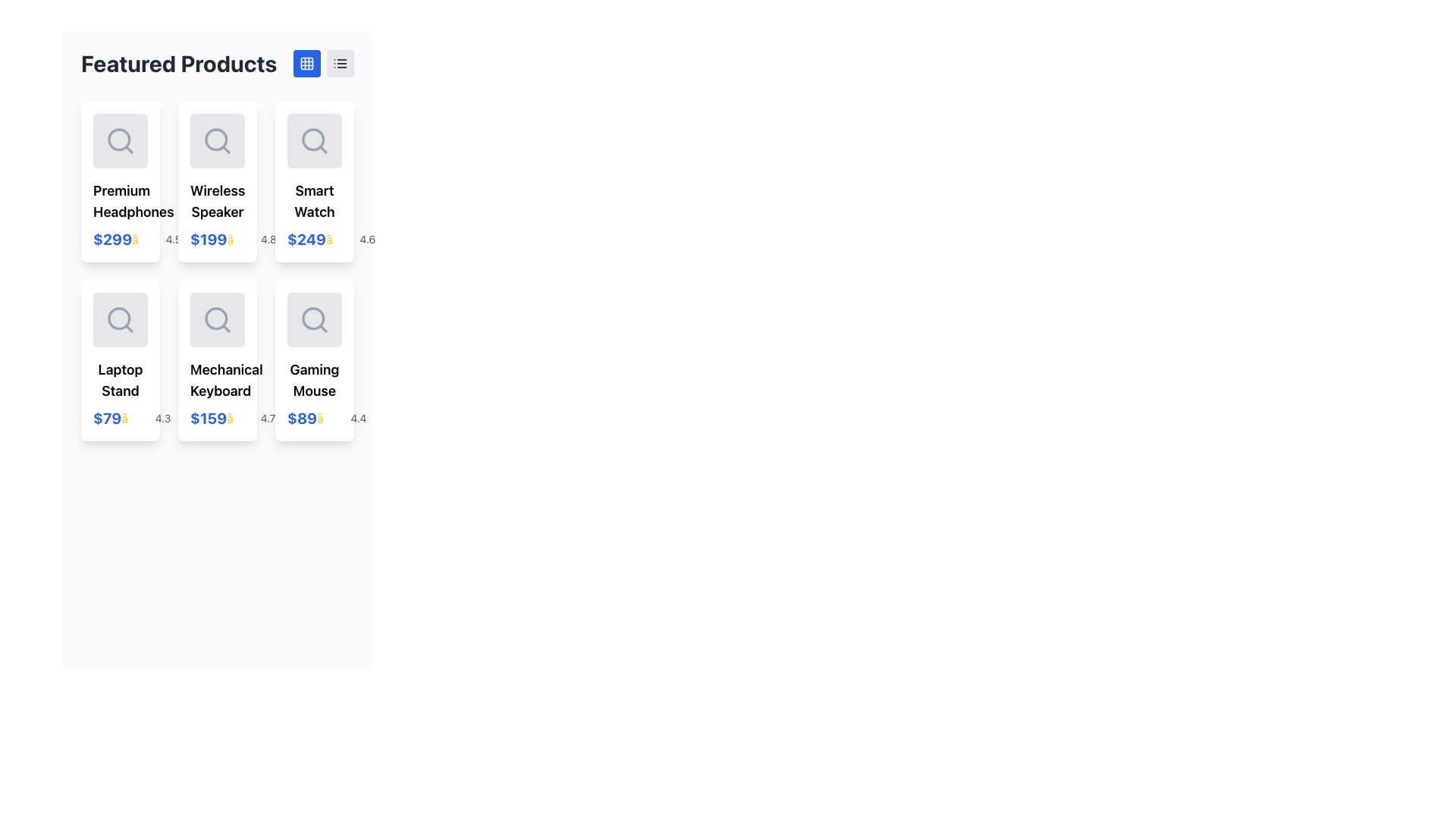  Describe the element at coordinates (358, 418) in the screenshot. I see `the text display showing the numerical rating (4.4) of the 'Gaming Mouse' product, located in the lower right corner of the product card` at that location.